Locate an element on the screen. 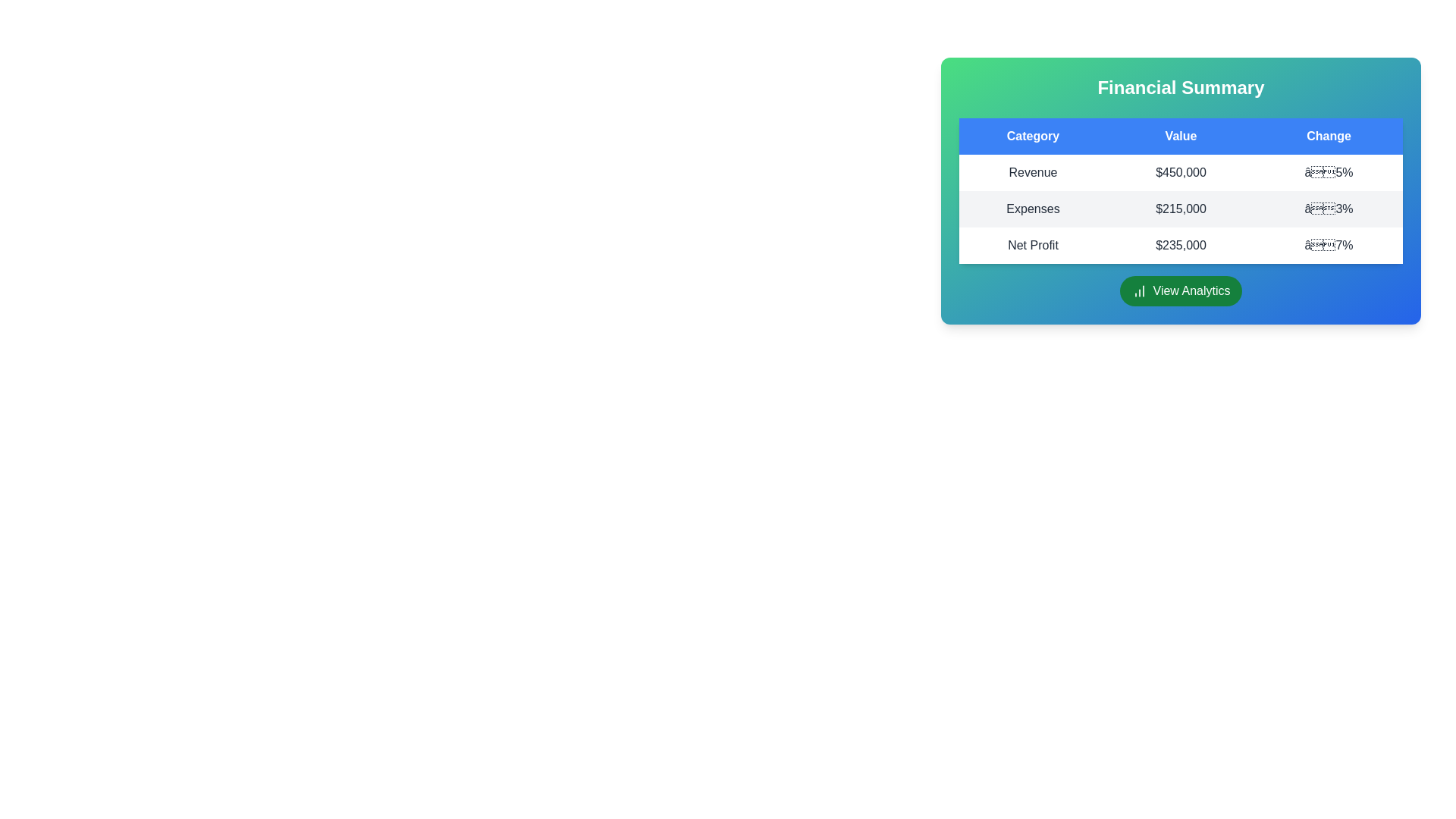 This screenshot has width=1456, height=819. 'View Analytics' button is located at coordinates (1180, 291).